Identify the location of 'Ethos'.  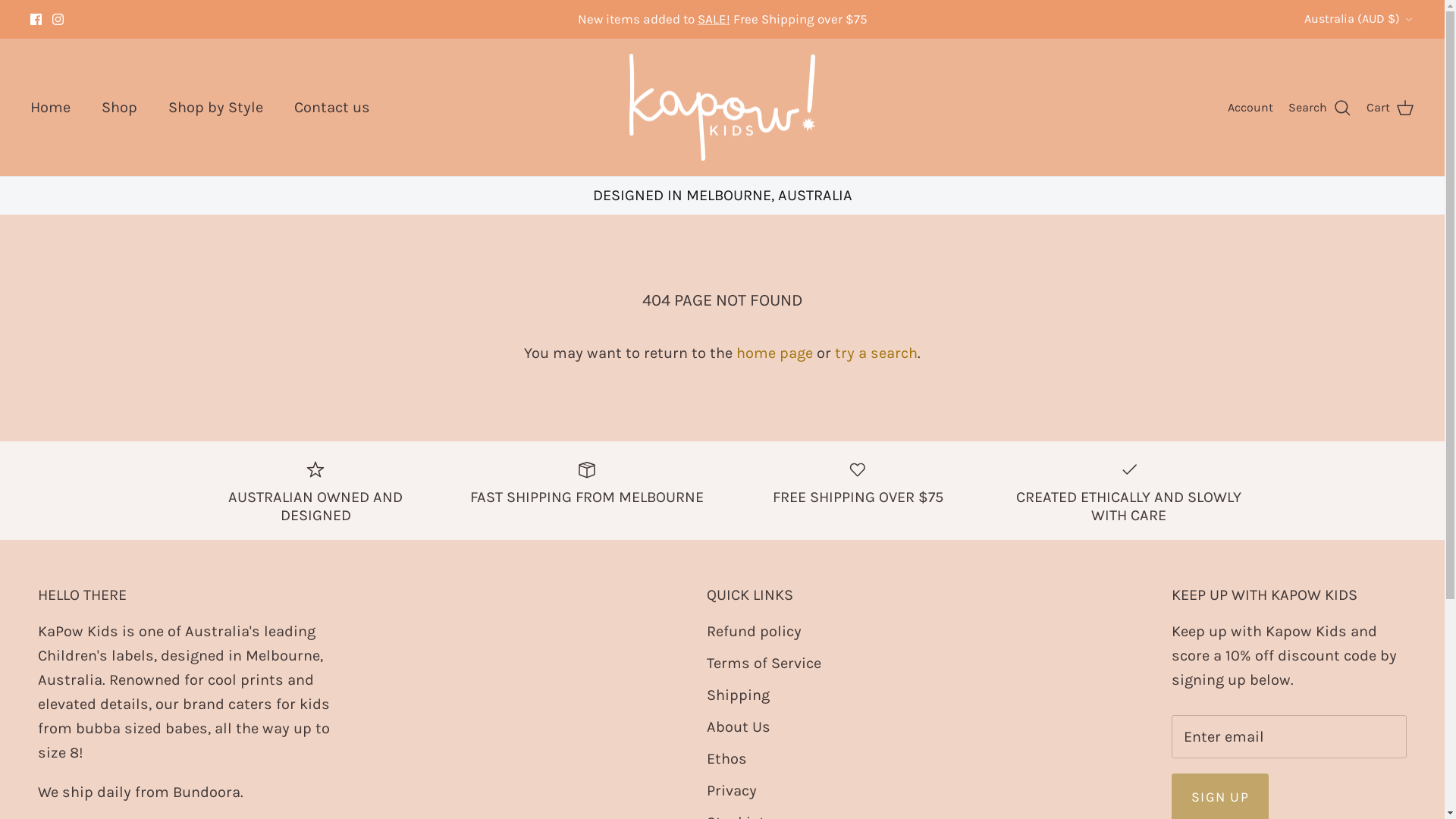
(726, 758).